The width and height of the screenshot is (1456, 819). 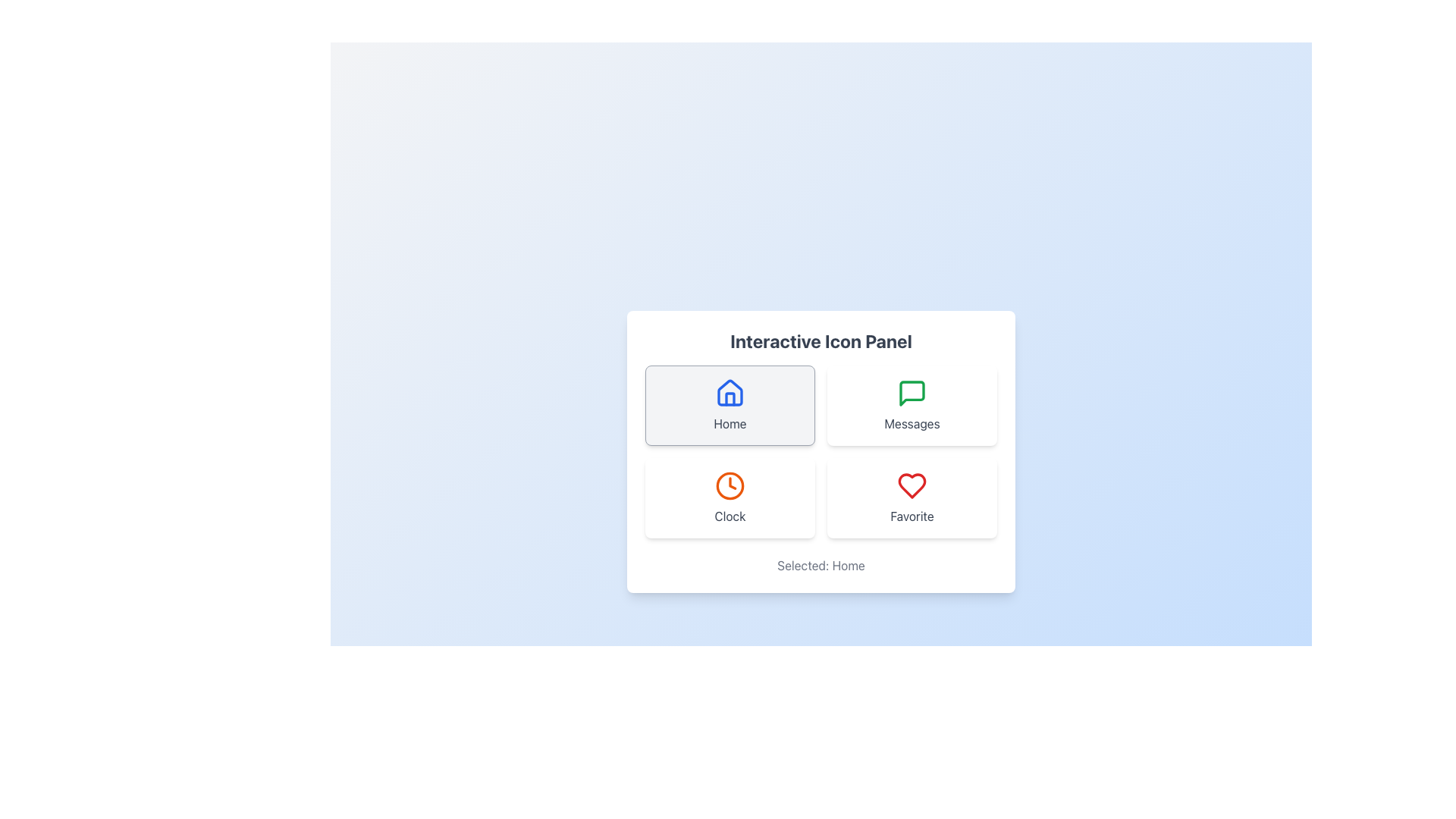 What do you see at coordinates (912, 485) in the screenshot?
I see `the 'Favorite' icon located in the bottom-right corner of the interactive panel` at bounding box center [912, 485].